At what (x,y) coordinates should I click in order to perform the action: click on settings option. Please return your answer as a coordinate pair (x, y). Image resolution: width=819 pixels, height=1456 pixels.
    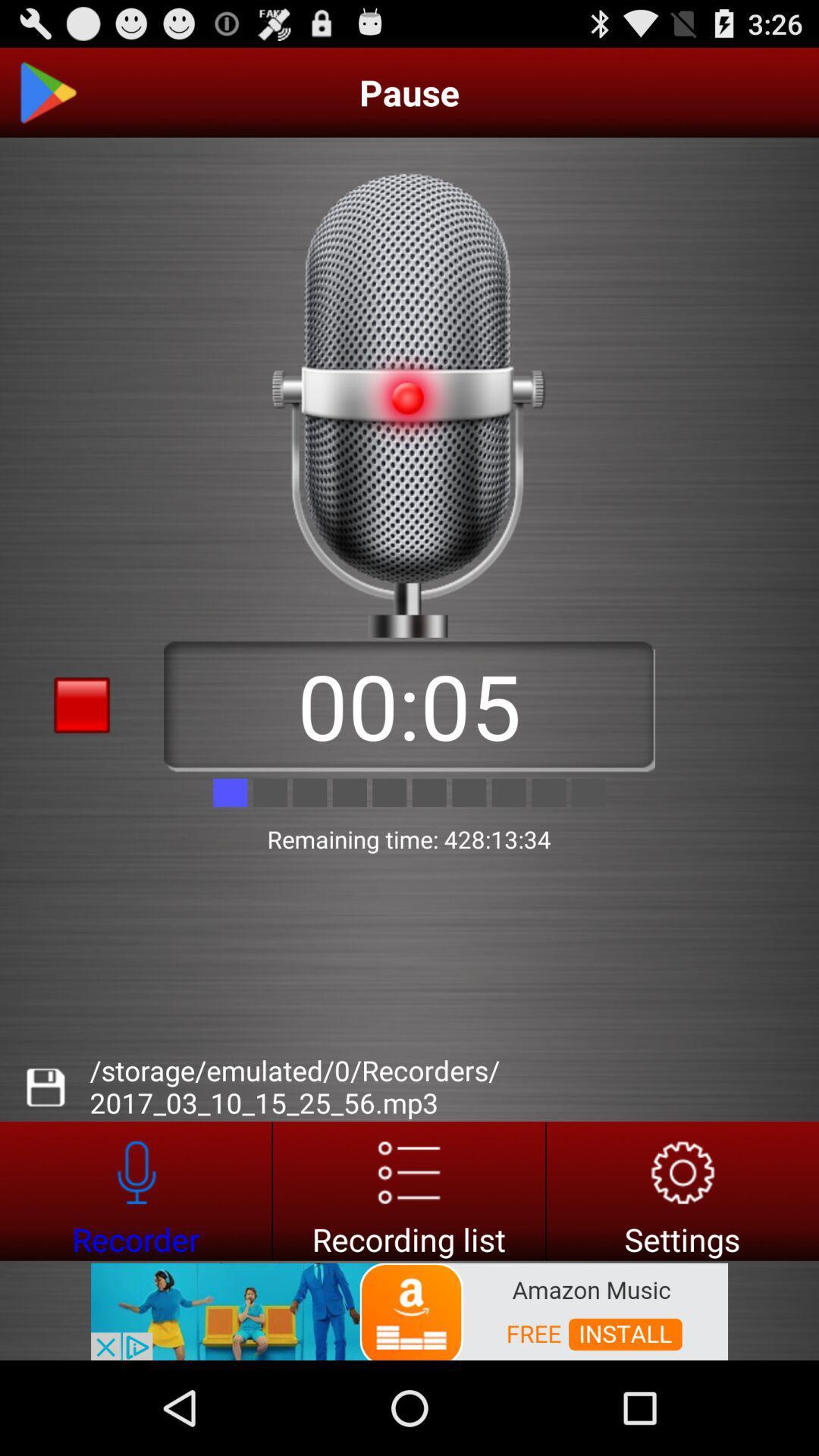
    Looking at the image, I should click on (682, 1190).